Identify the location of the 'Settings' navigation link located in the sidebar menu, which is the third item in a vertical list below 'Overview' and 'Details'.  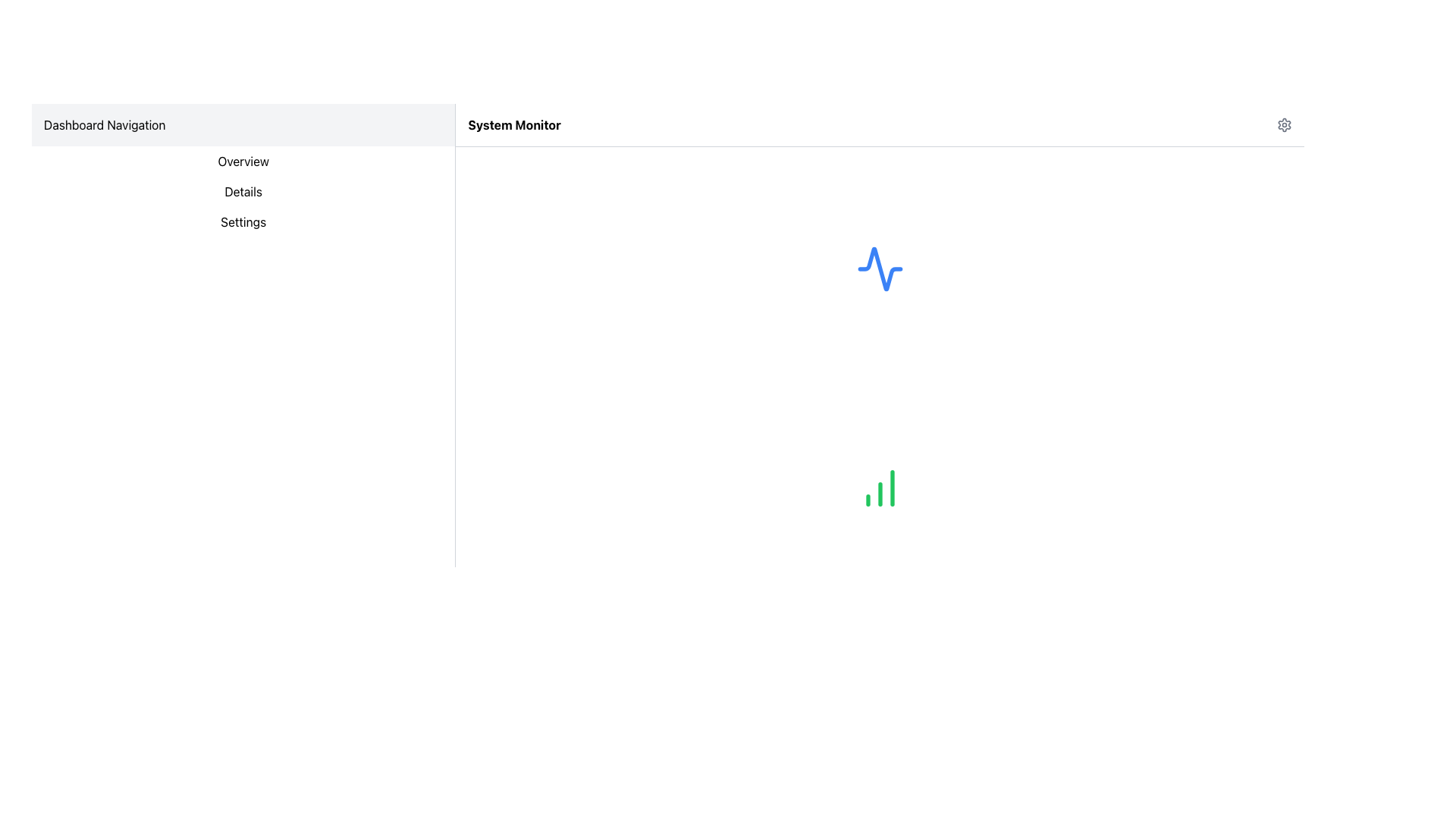
(243, 222).